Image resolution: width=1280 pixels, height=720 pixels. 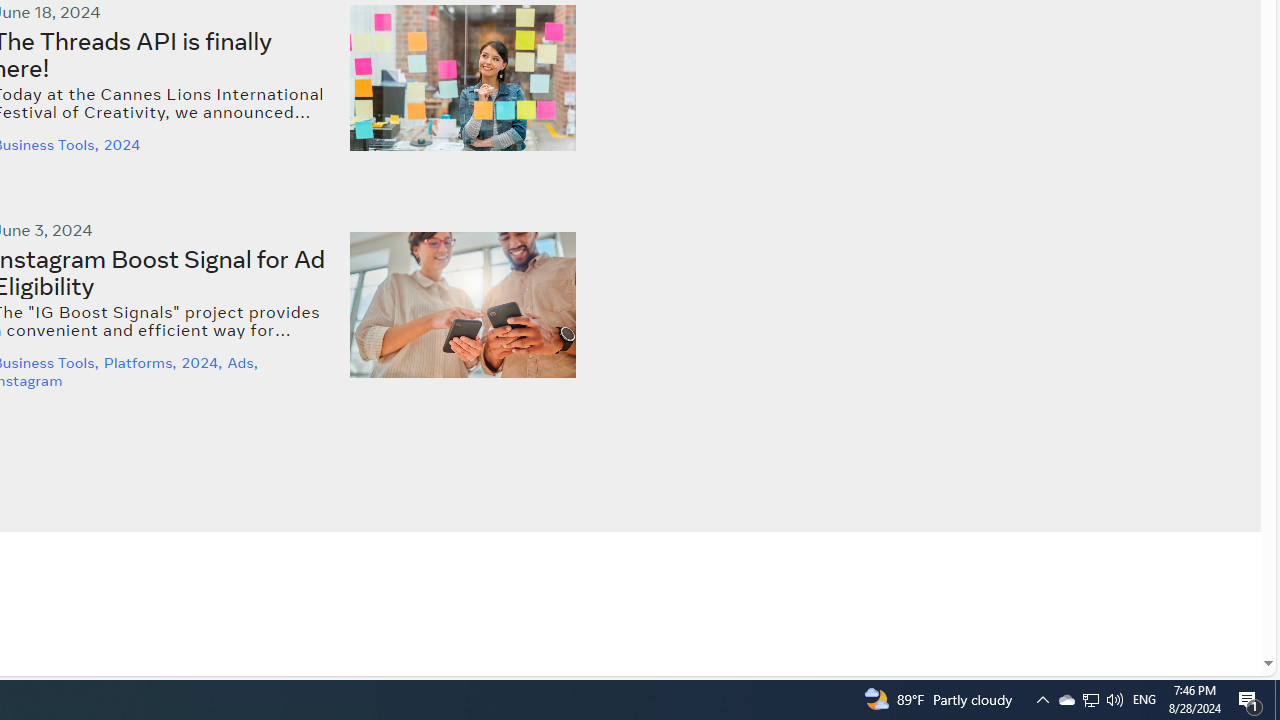 I want to click on '2024,', so click(x=204, y=363).